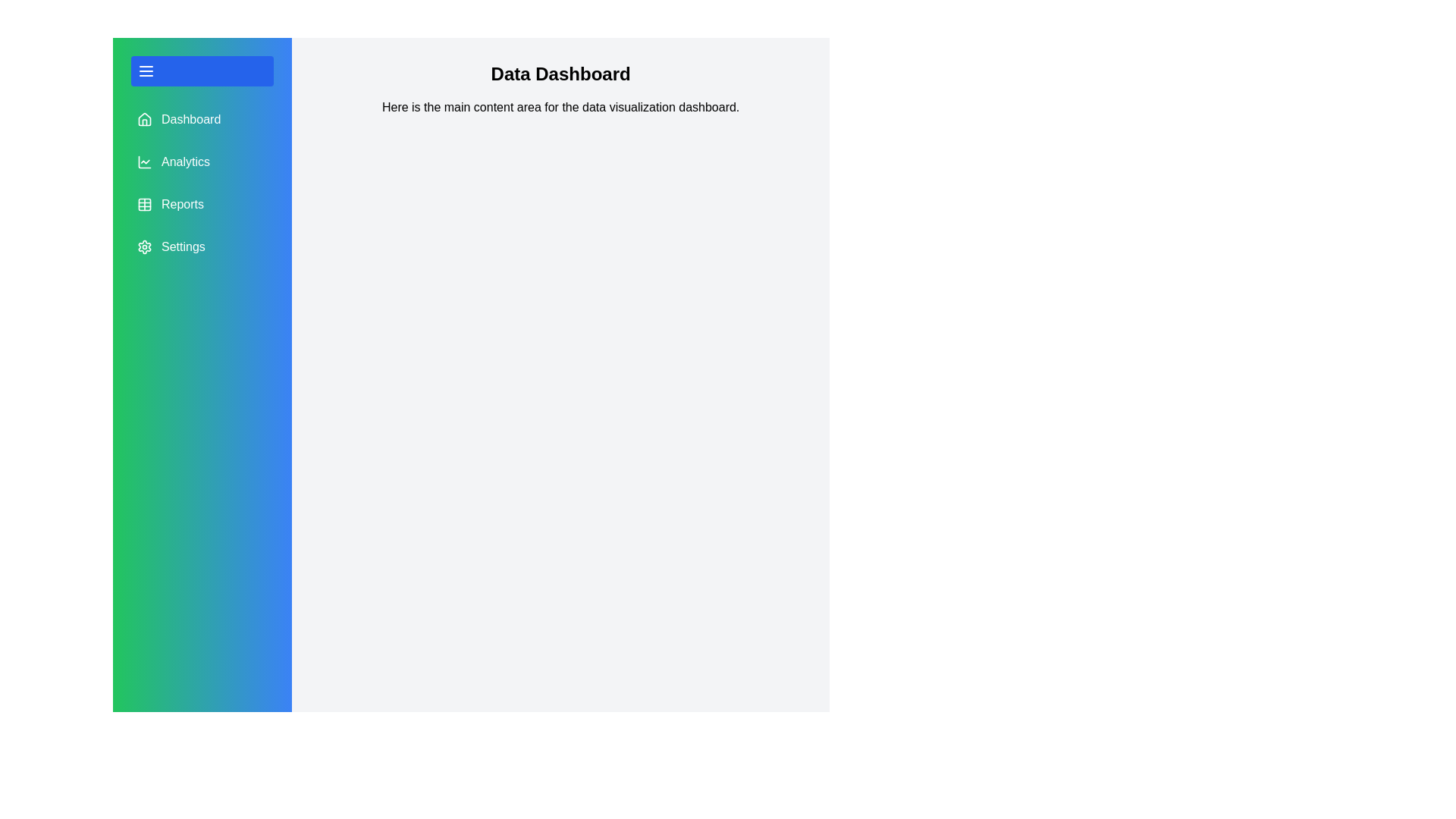 The image size is (1456, 819). I want to click on the menu item Dashboard to observe its hover effect, so click(202, 119).